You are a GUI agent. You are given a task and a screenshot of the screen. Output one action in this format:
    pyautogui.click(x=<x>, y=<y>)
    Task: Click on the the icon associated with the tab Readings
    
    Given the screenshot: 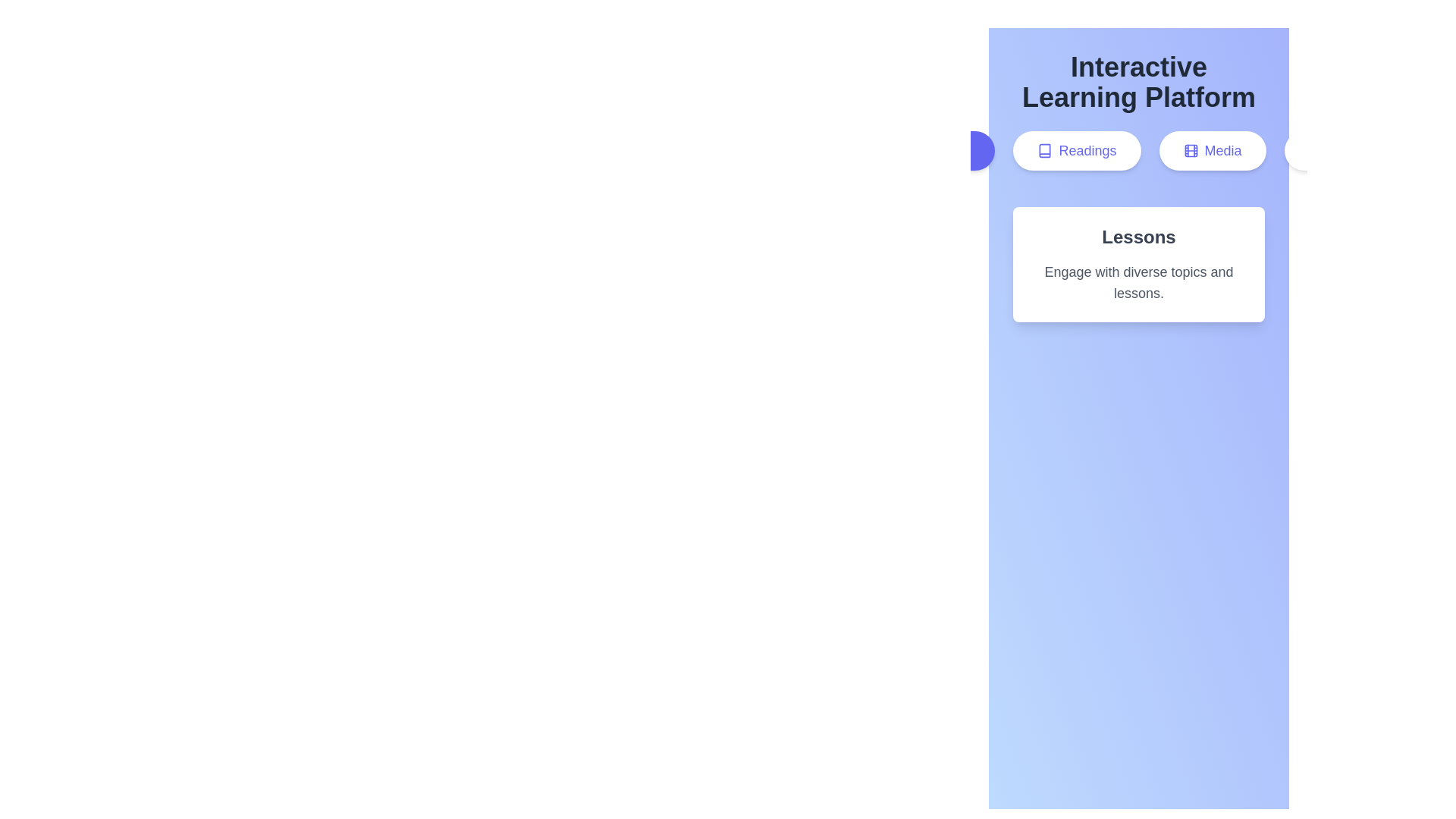 What is the action you would take?
    pyautogui.click(x=1044, y=151)
    